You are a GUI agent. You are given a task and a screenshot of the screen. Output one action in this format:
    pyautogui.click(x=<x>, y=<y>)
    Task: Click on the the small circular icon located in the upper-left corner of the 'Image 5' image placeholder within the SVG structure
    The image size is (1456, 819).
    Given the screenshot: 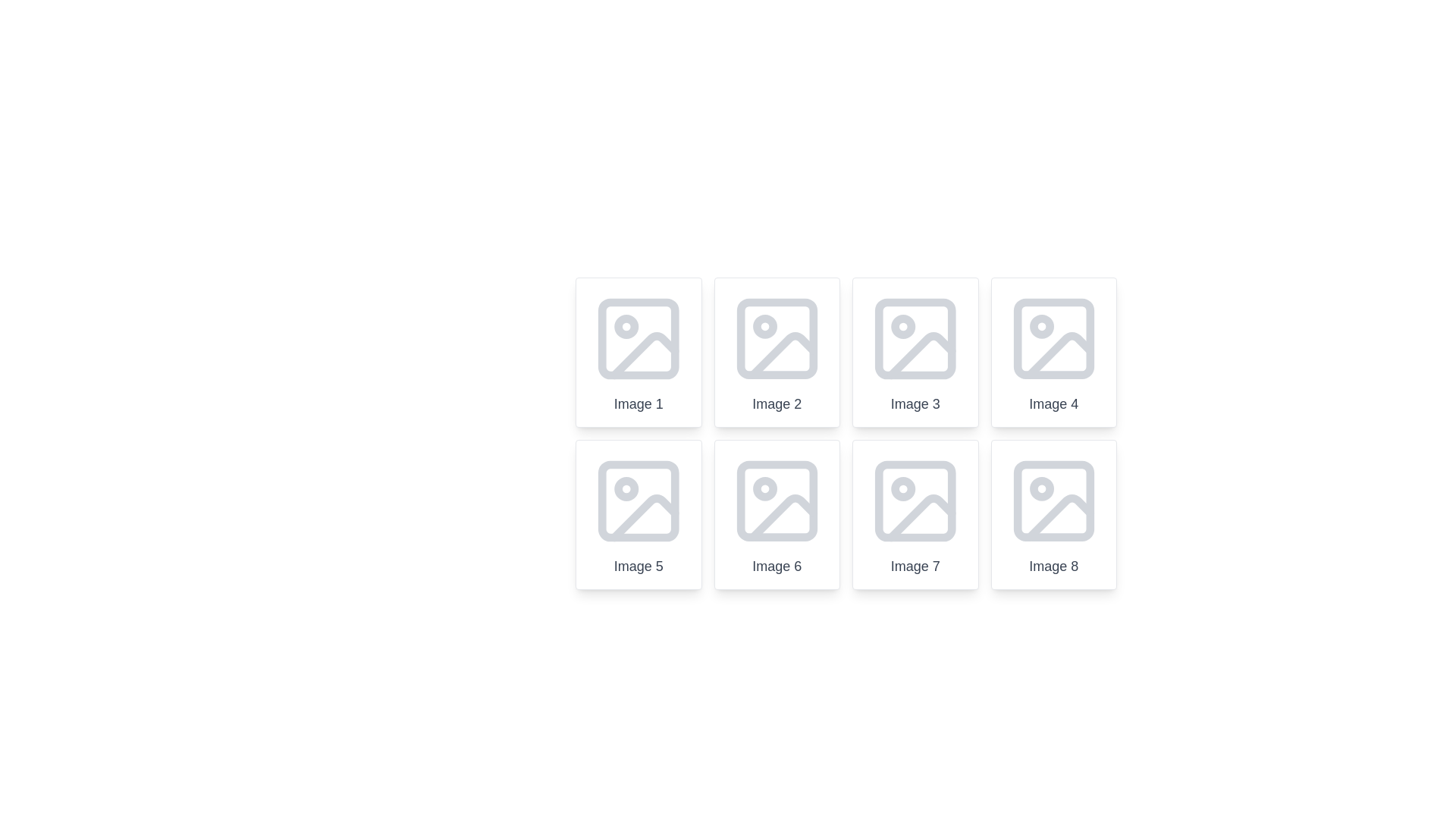 What is the action you would take?
    pyautogui.click(x=626, y=488)
    